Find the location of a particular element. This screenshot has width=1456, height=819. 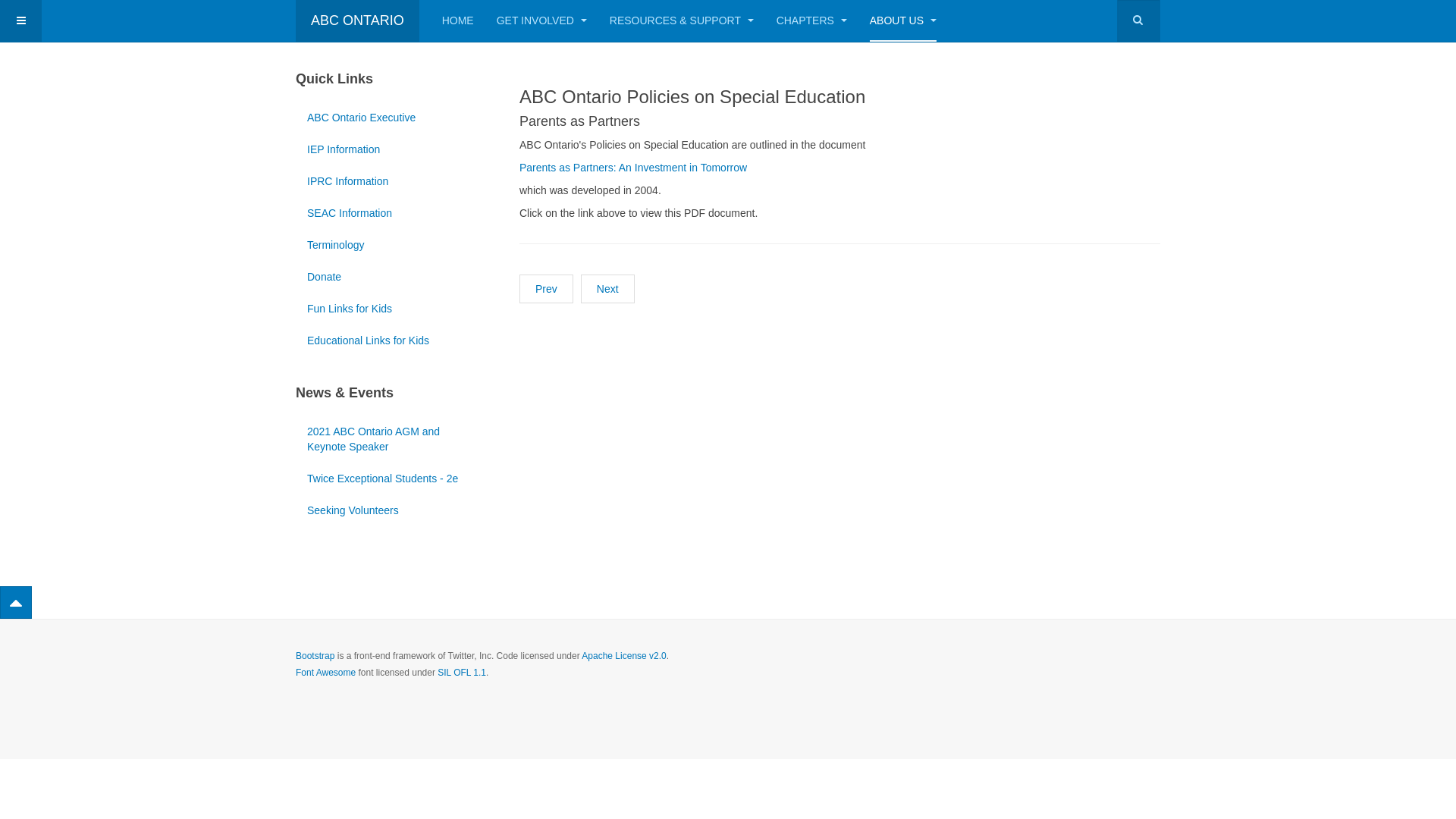

'HOME' is located at coordinates (441, 20).